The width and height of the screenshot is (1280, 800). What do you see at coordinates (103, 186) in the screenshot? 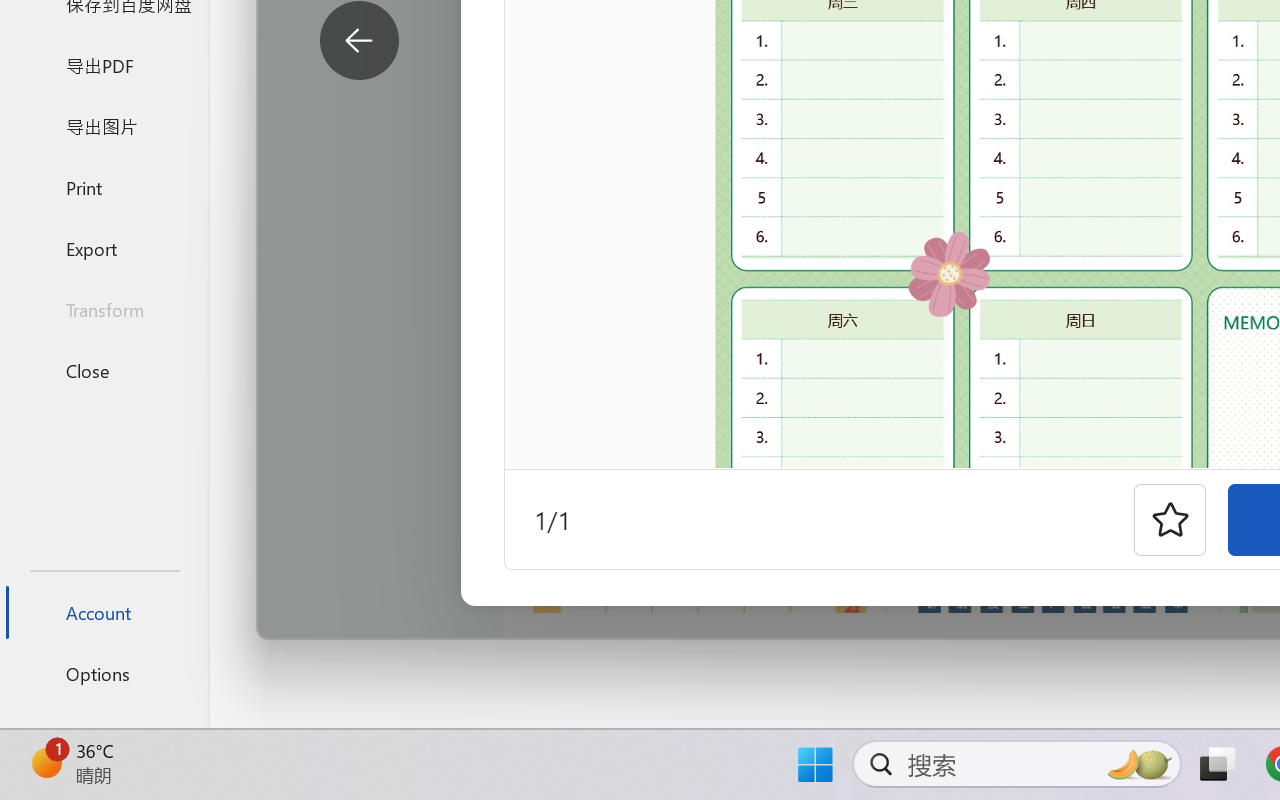
I see `'Print'` at bounding box center [103, 186].